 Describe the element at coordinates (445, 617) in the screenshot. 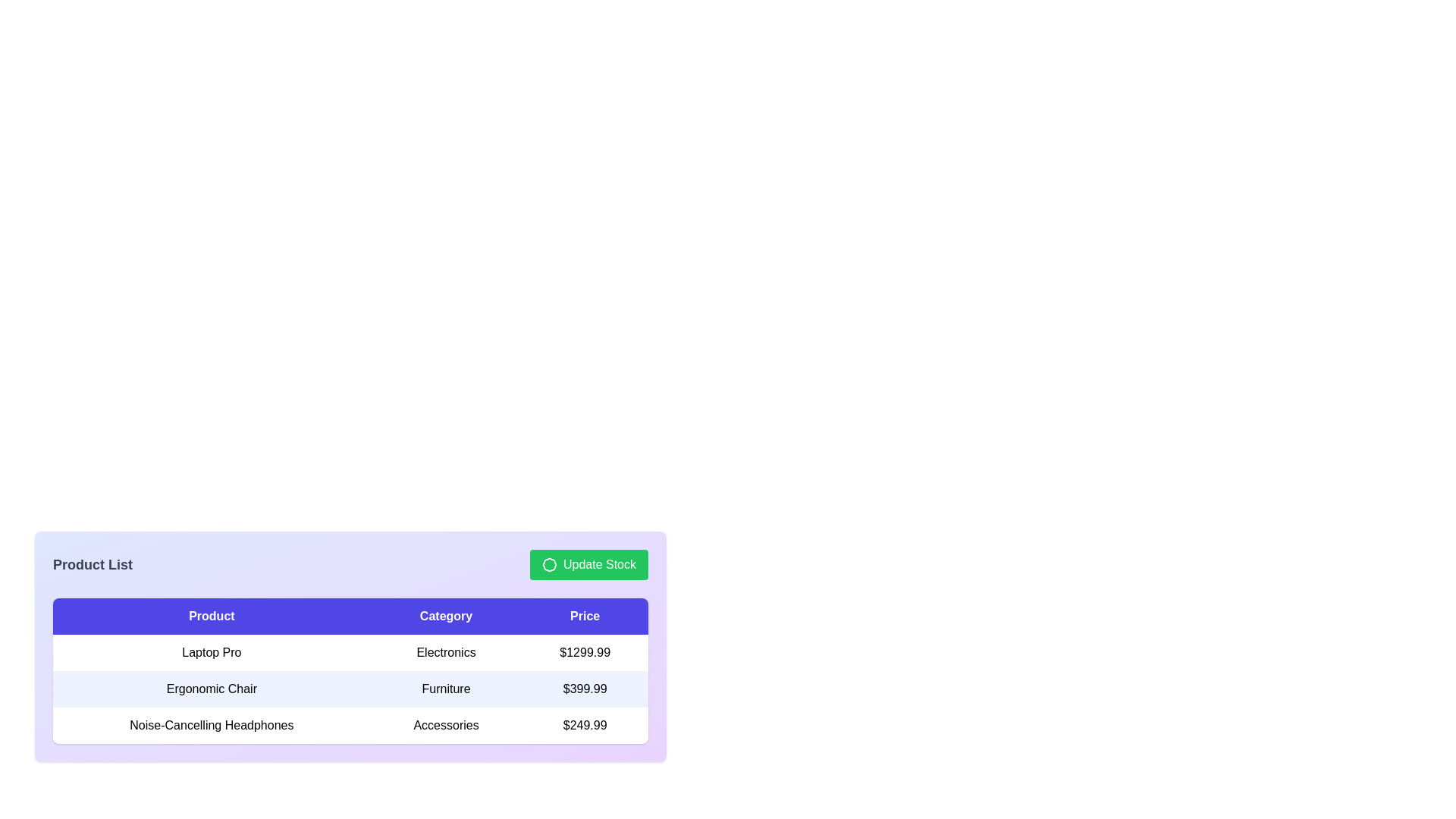

I see `the 'Category' label, which is a rectangular text block with a purple background and white centered text, located in the header row of a table and positioned between the 'Product' and 'Price' labels` at that location.